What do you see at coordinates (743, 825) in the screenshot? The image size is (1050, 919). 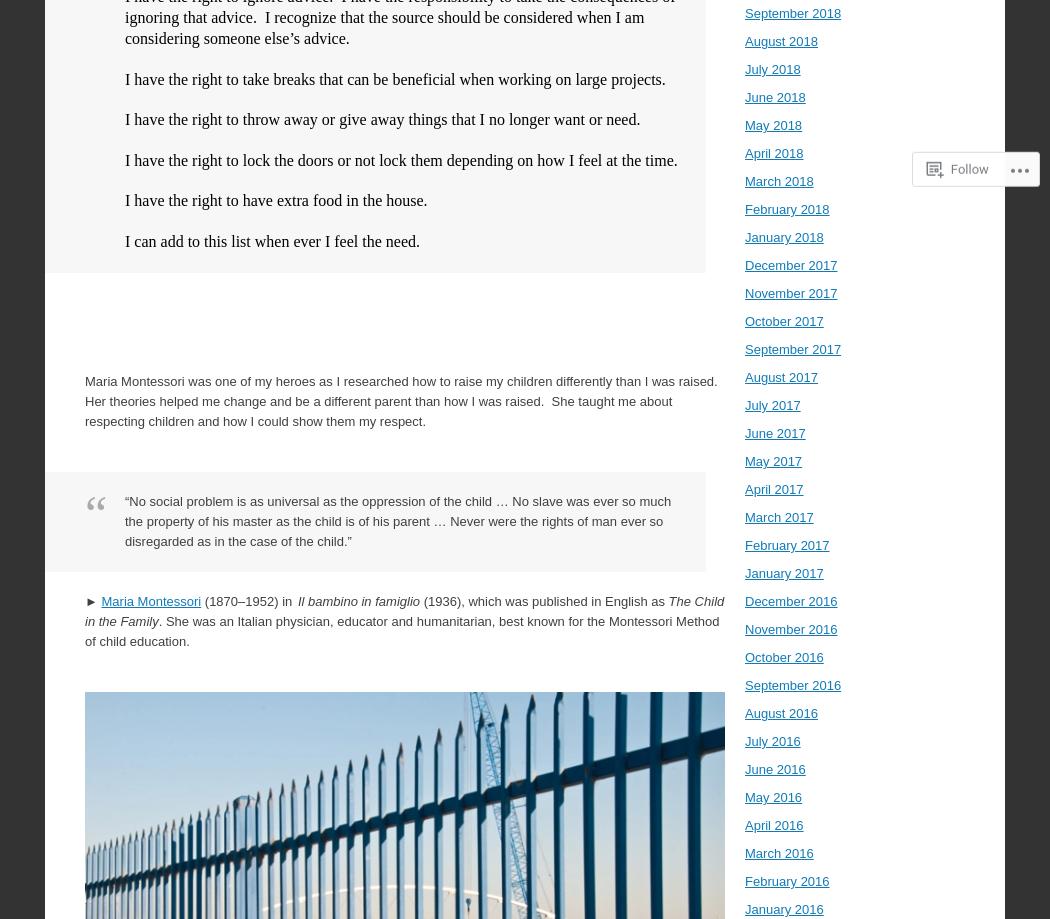 I see `'April 2016'` at bounding box center [743, 825].